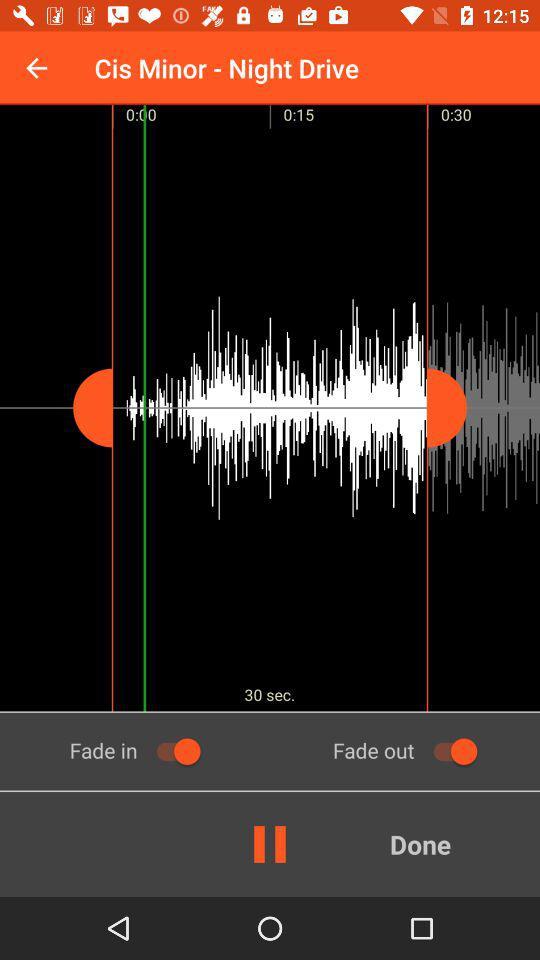 This screenshot has width=540, height=960. Describe the element at coordinates (270, 843) in the screenshot. I see `icon to the left of done` at that location.